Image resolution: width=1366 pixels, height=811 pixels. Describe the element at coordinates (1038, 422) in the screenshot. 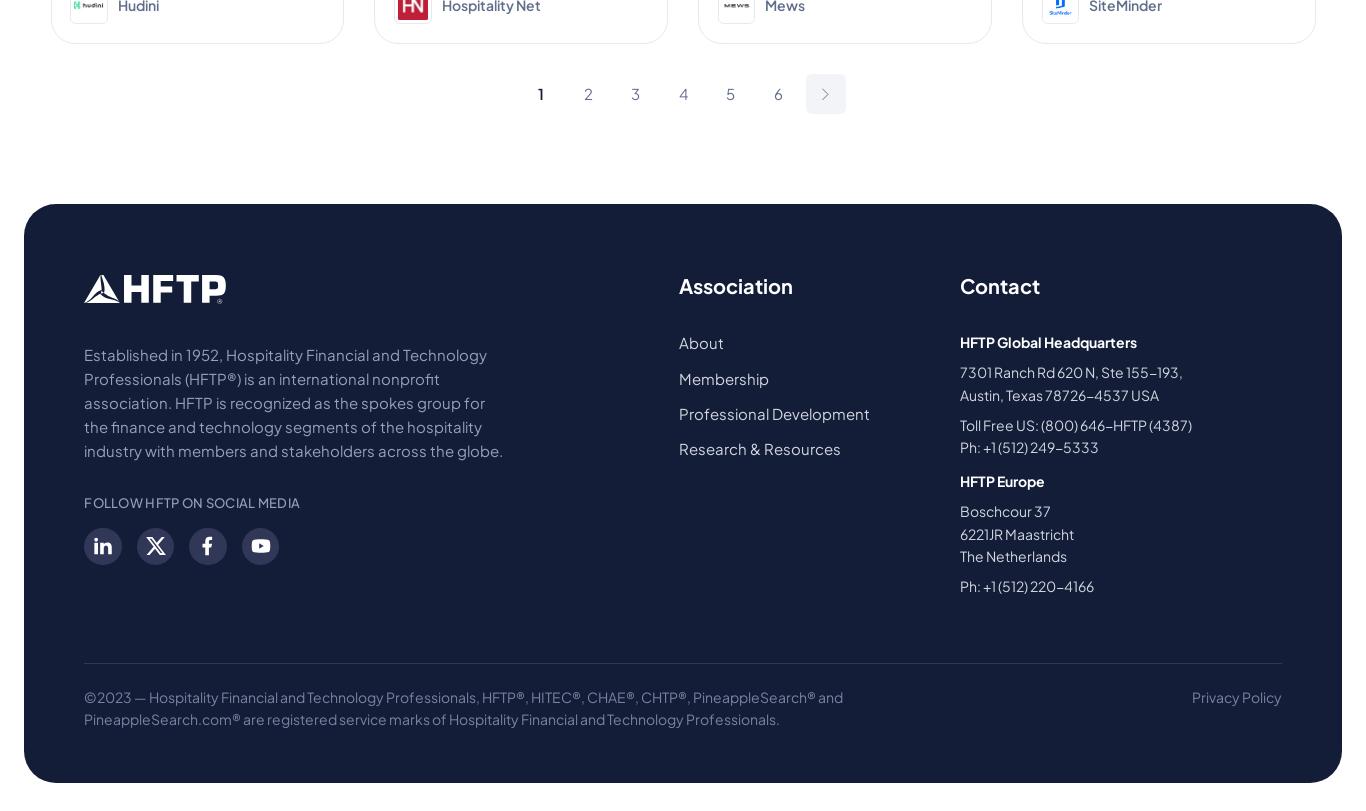

I see `'(800) 646-HFTP (4387)'` at that location.